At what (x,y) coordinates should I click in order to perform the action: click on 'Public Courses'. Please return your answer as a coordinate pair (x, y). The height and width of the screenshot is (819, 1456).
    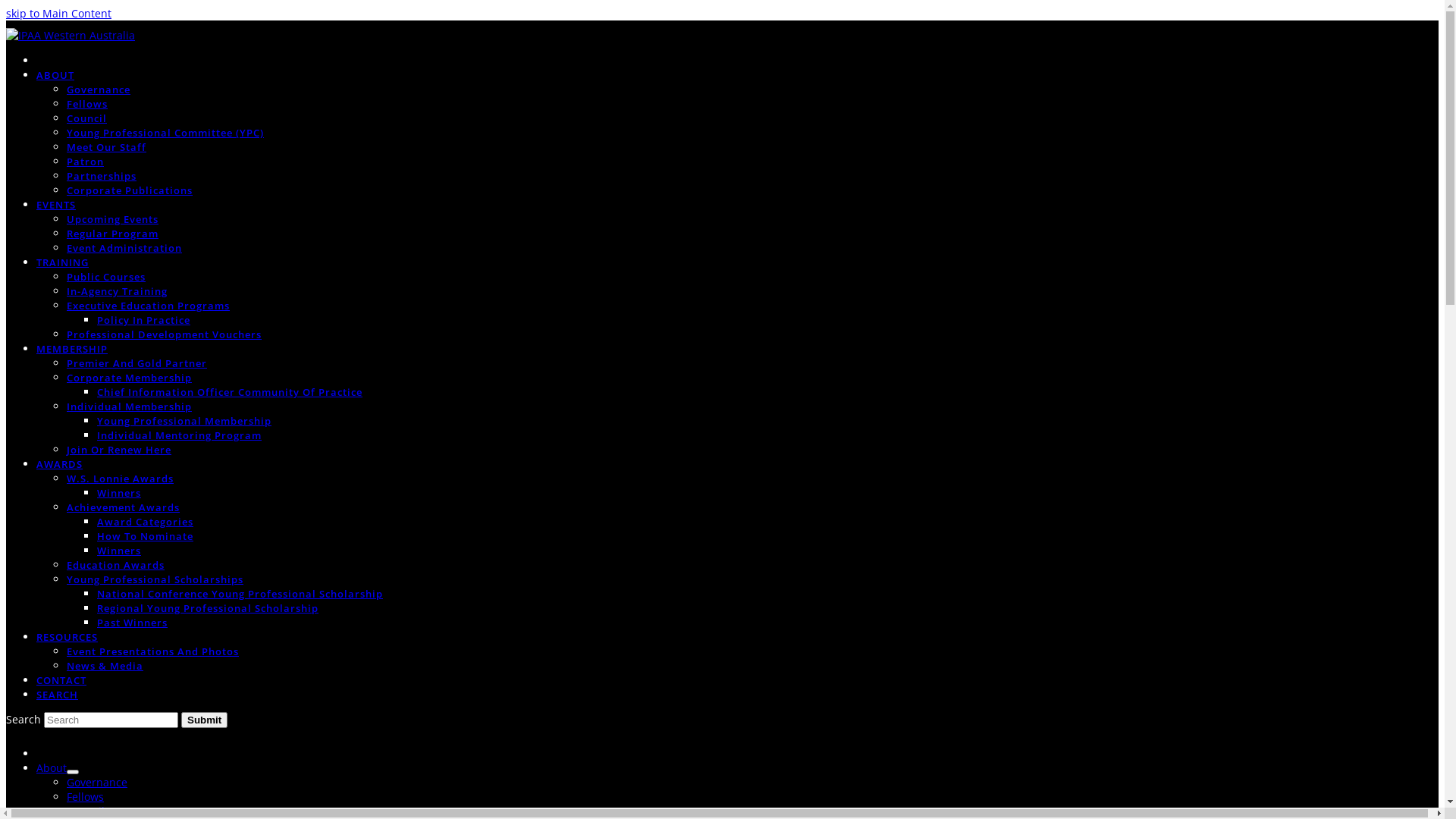
    Looking at the image, I should click on (105, 276).